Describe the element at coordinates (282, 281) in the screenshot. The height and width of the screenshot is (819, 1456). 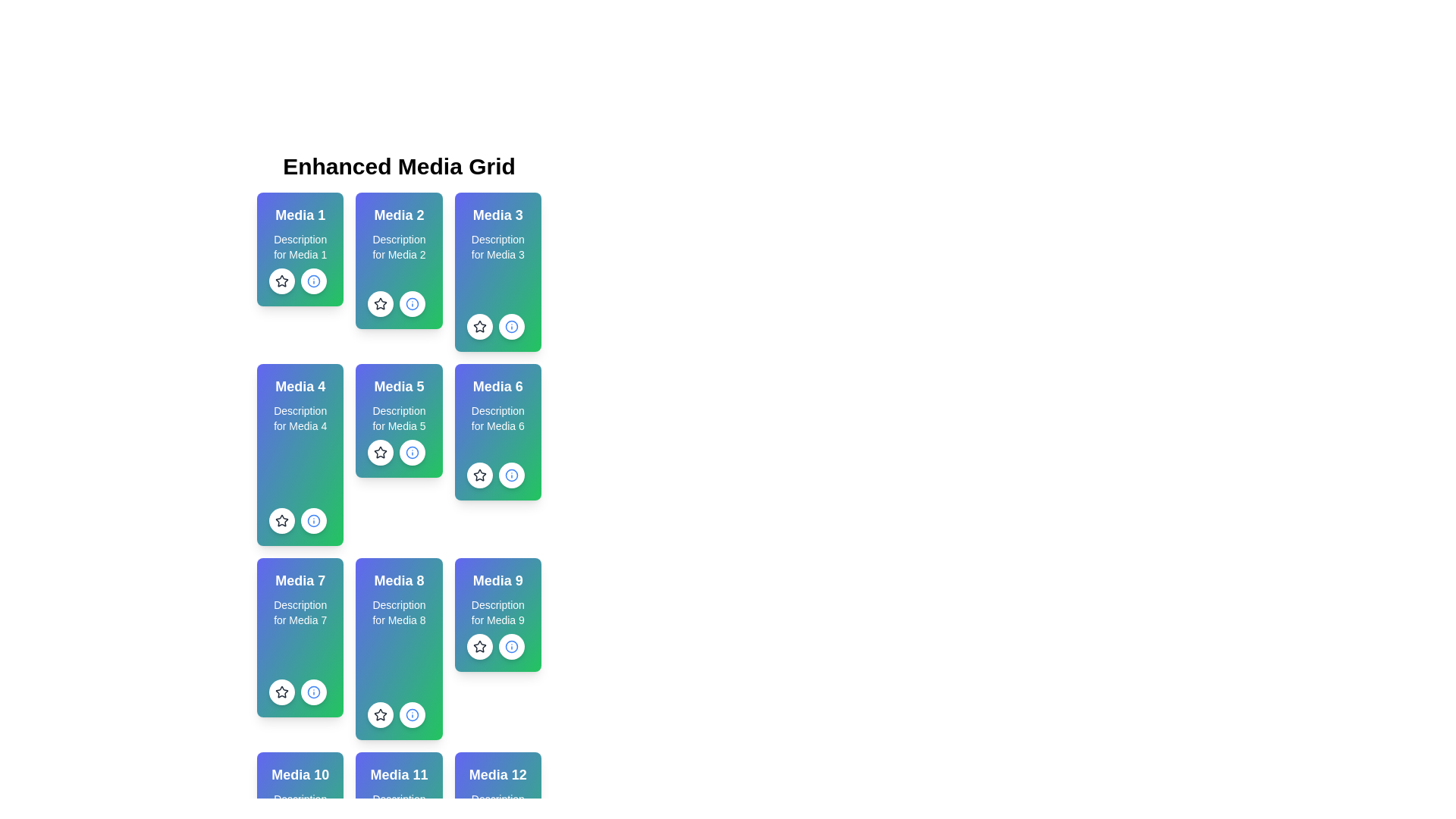
I see `the star-shaped icon button located at the bottom left corner of the card titled 'Media 1', which is within a rounded white circle` at that location.